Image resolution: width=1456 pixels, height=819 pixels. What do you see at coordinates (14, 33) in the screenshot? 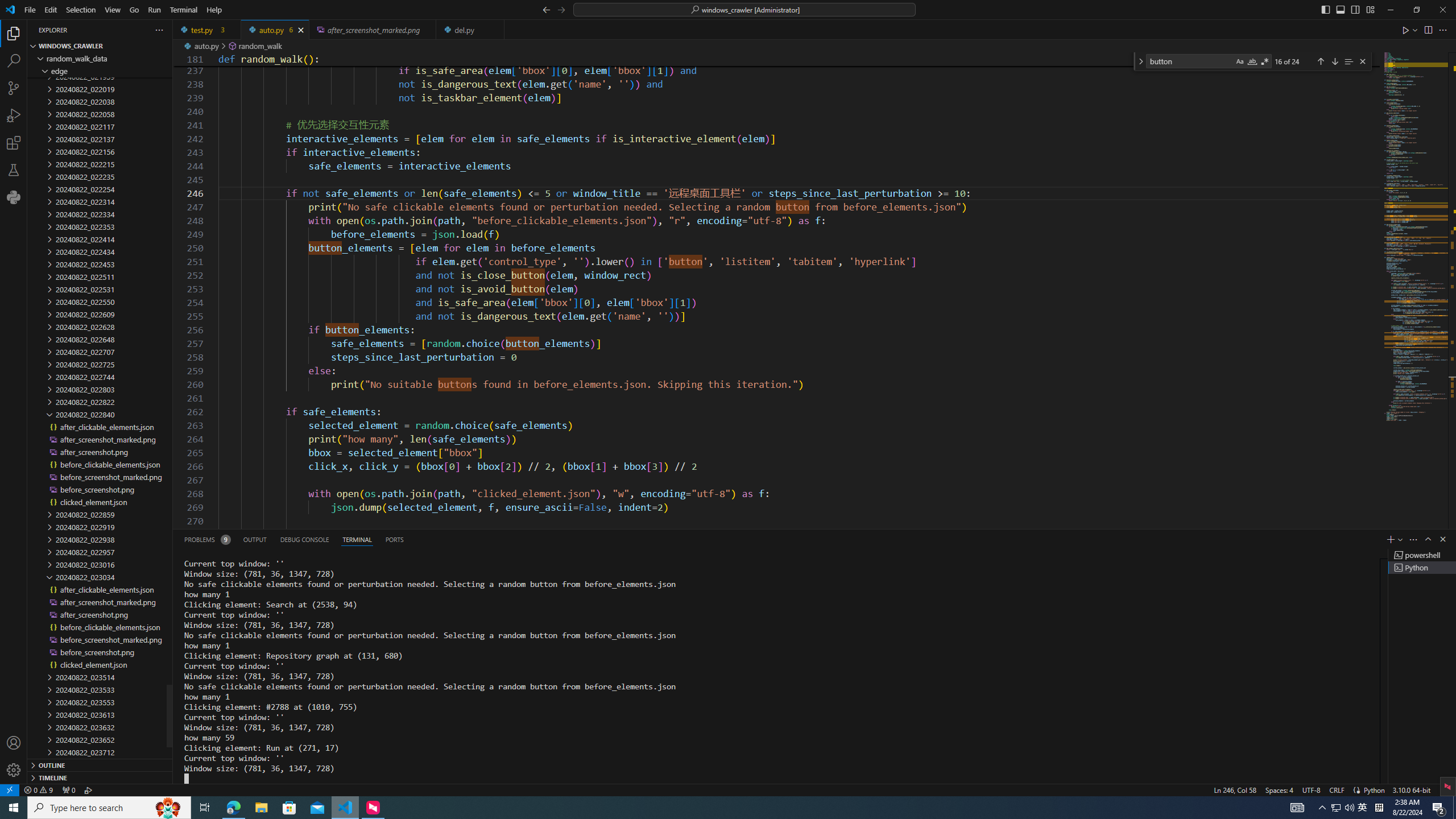
I see `'Explorer (Ctrl+Shift+E)'` at bounding box center [14, 33].